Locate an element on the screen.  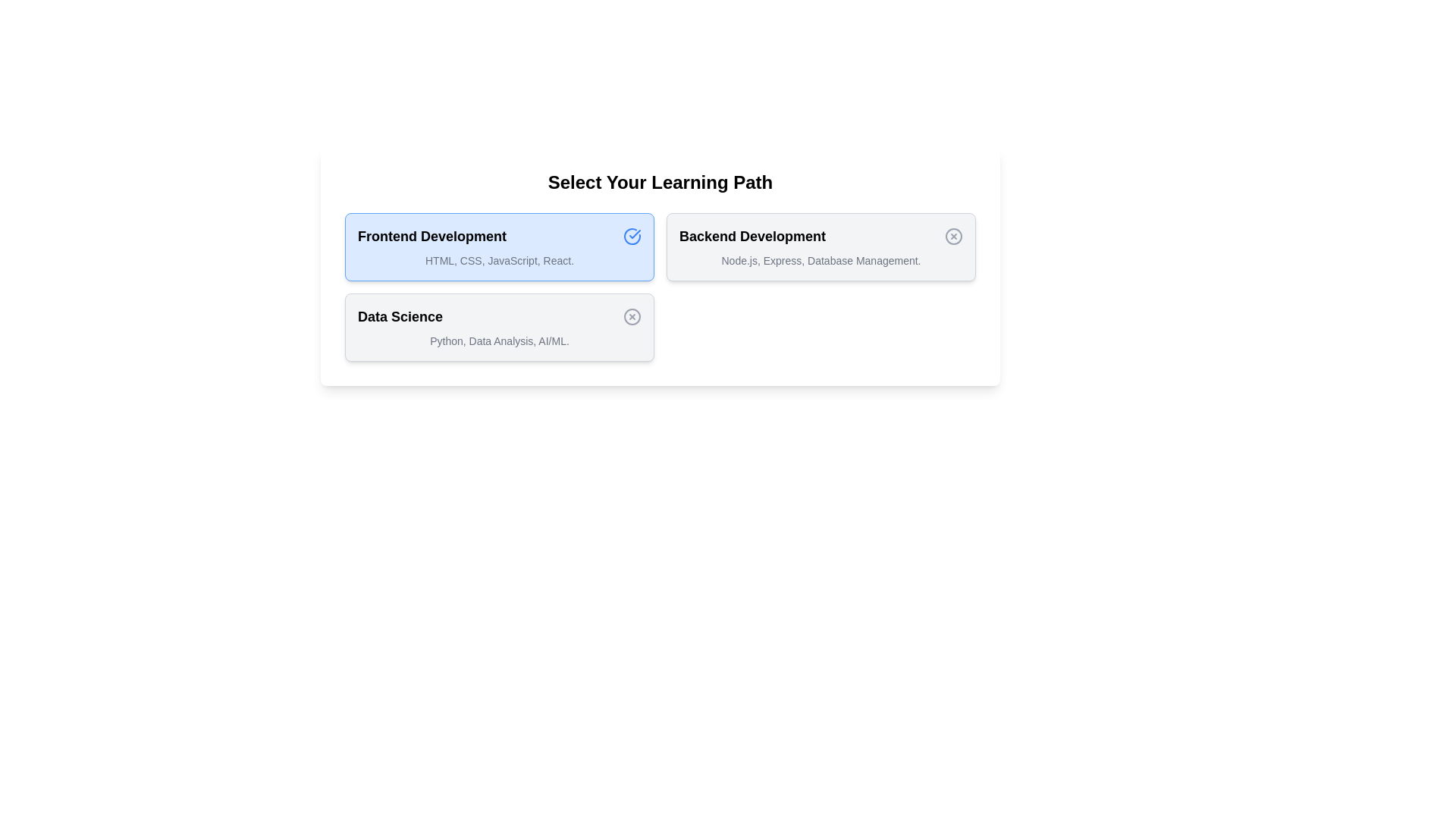
the learning path card corresponding to Backend Development is located at coordinates (821, 246).